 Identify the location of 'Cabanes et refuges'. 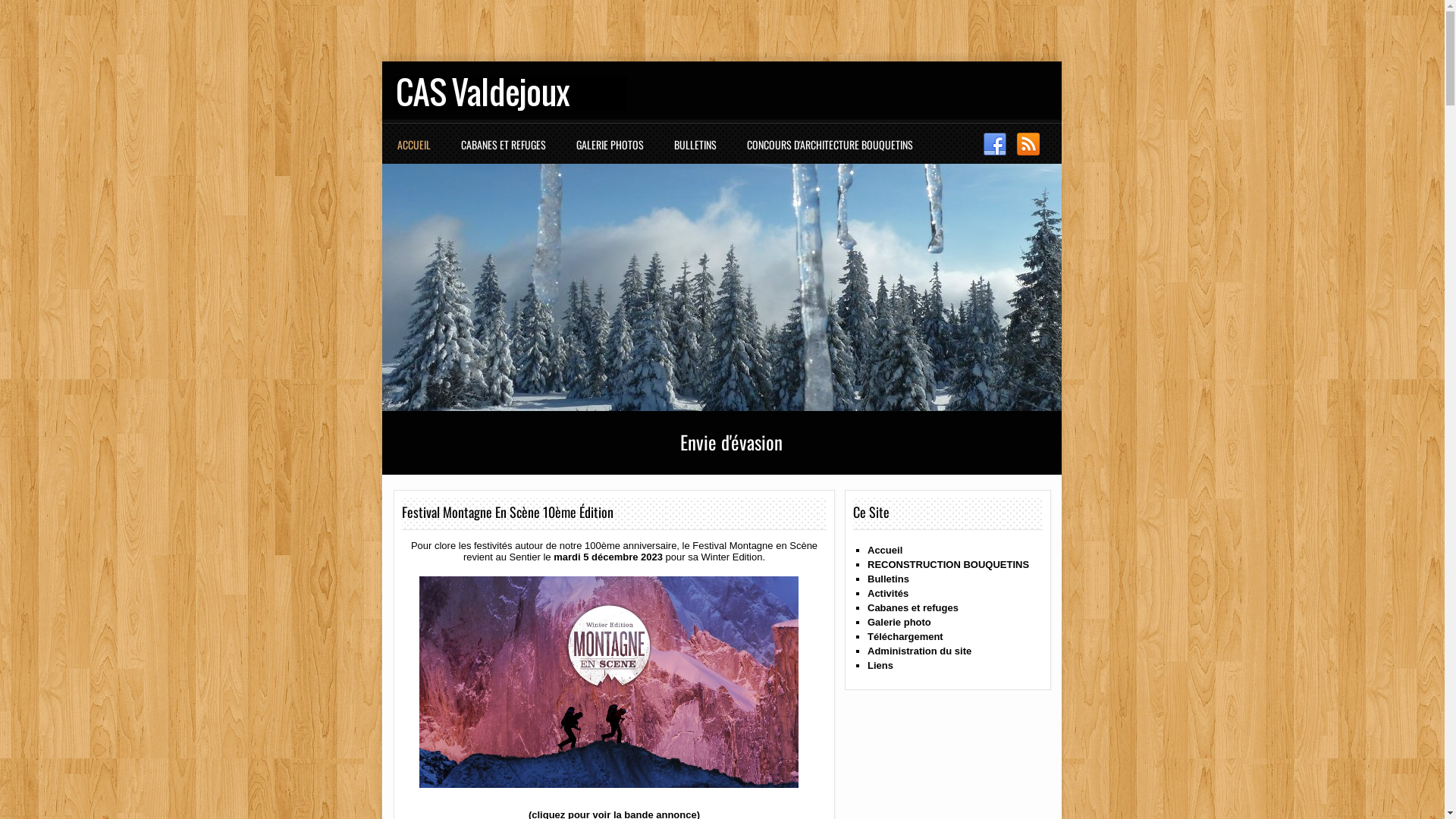
(912, 607).